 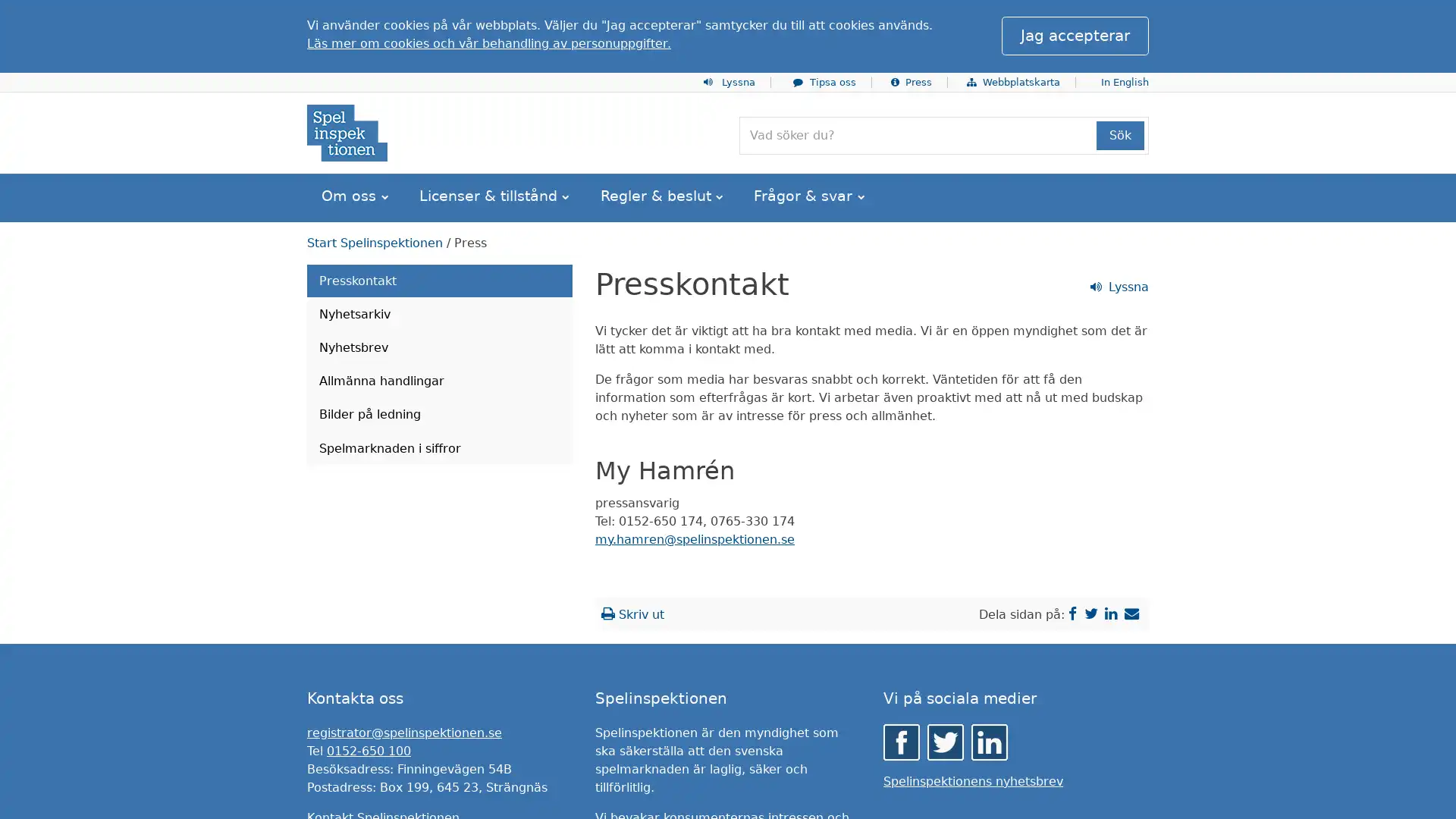 What do you see at coordinates (1074, 35) in the screenshot?
I see `Jag accepterar` at bounding box center [1074, 35].